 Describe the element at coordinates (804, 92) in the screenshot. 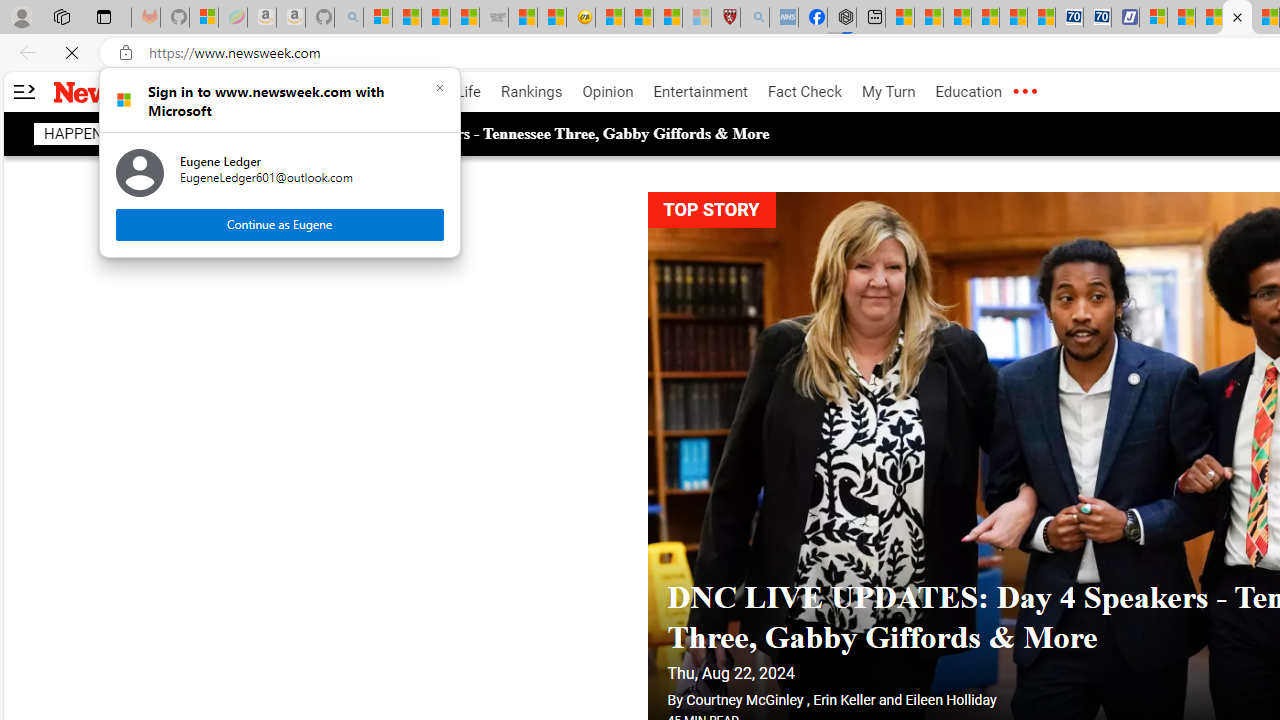

I see `'Fact Check'` at that location.